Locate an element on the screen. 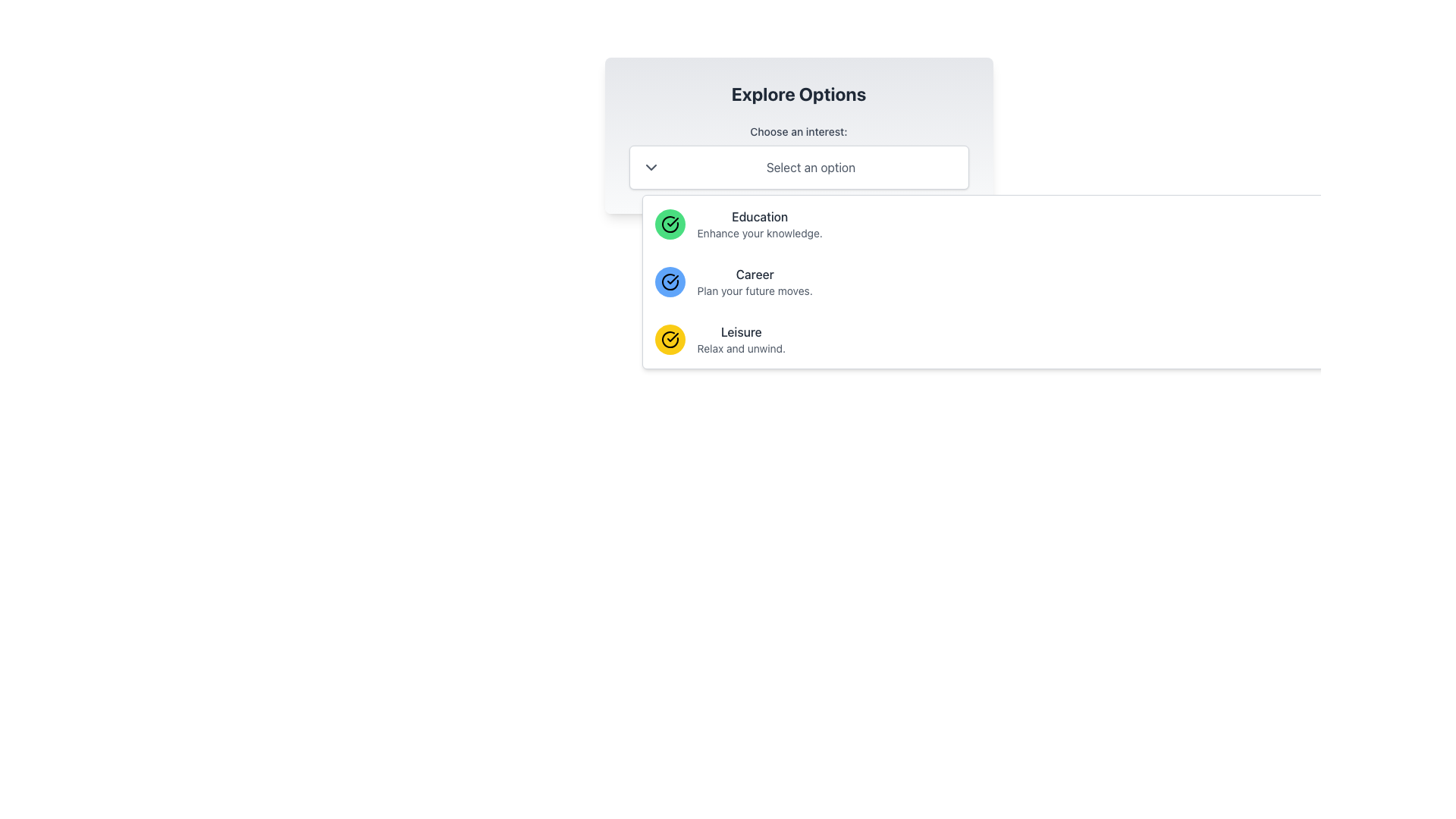  the text label that says 'Choose an interest:' which is positioned above the dropdown menu labeled 'Select an option' is located at coordinates (798, 130).